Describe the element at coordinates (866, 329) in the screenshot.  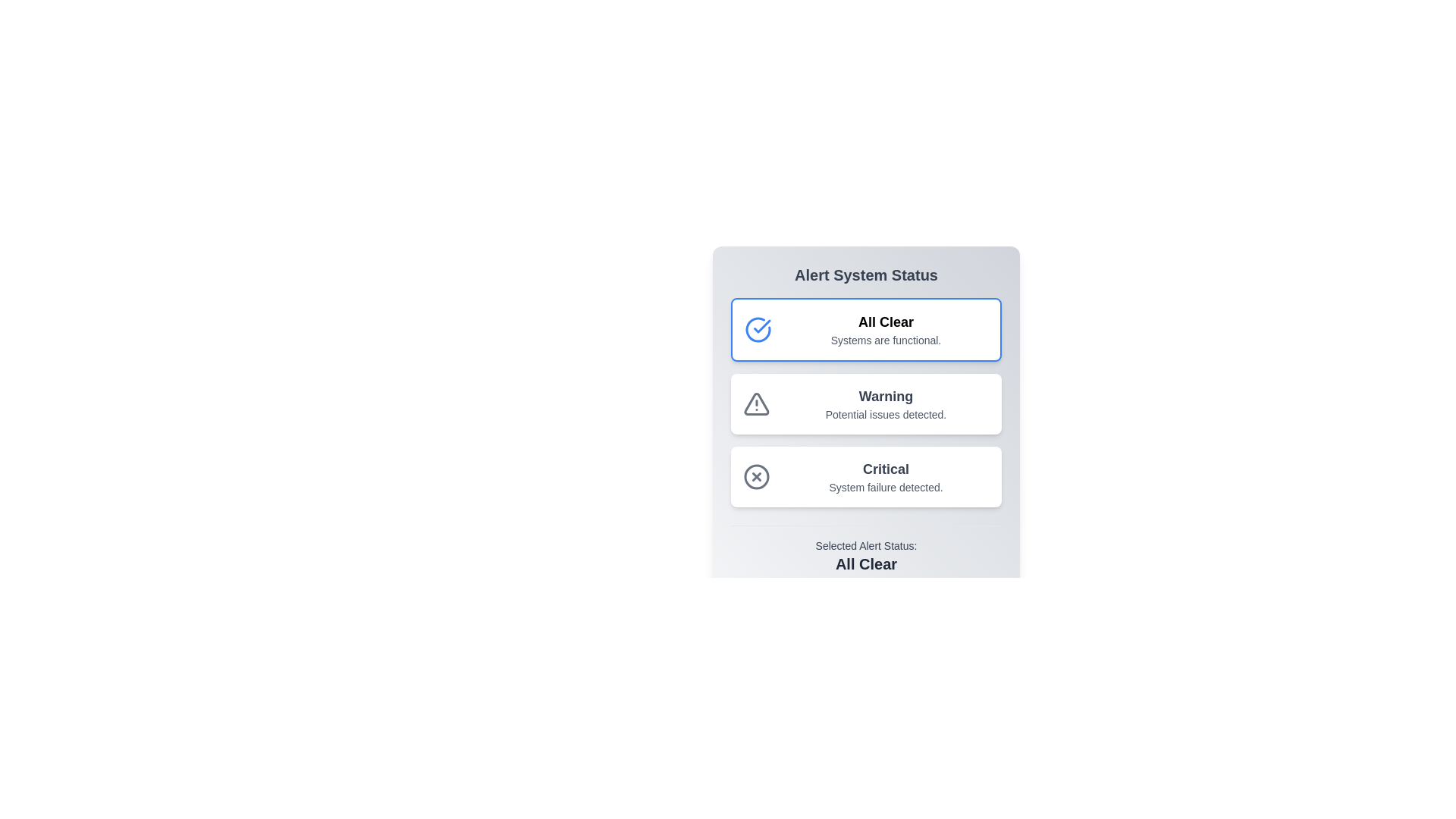
I see `the alert status button indicating all systems are operational, located below the title 'Alert System Status'` at that location.